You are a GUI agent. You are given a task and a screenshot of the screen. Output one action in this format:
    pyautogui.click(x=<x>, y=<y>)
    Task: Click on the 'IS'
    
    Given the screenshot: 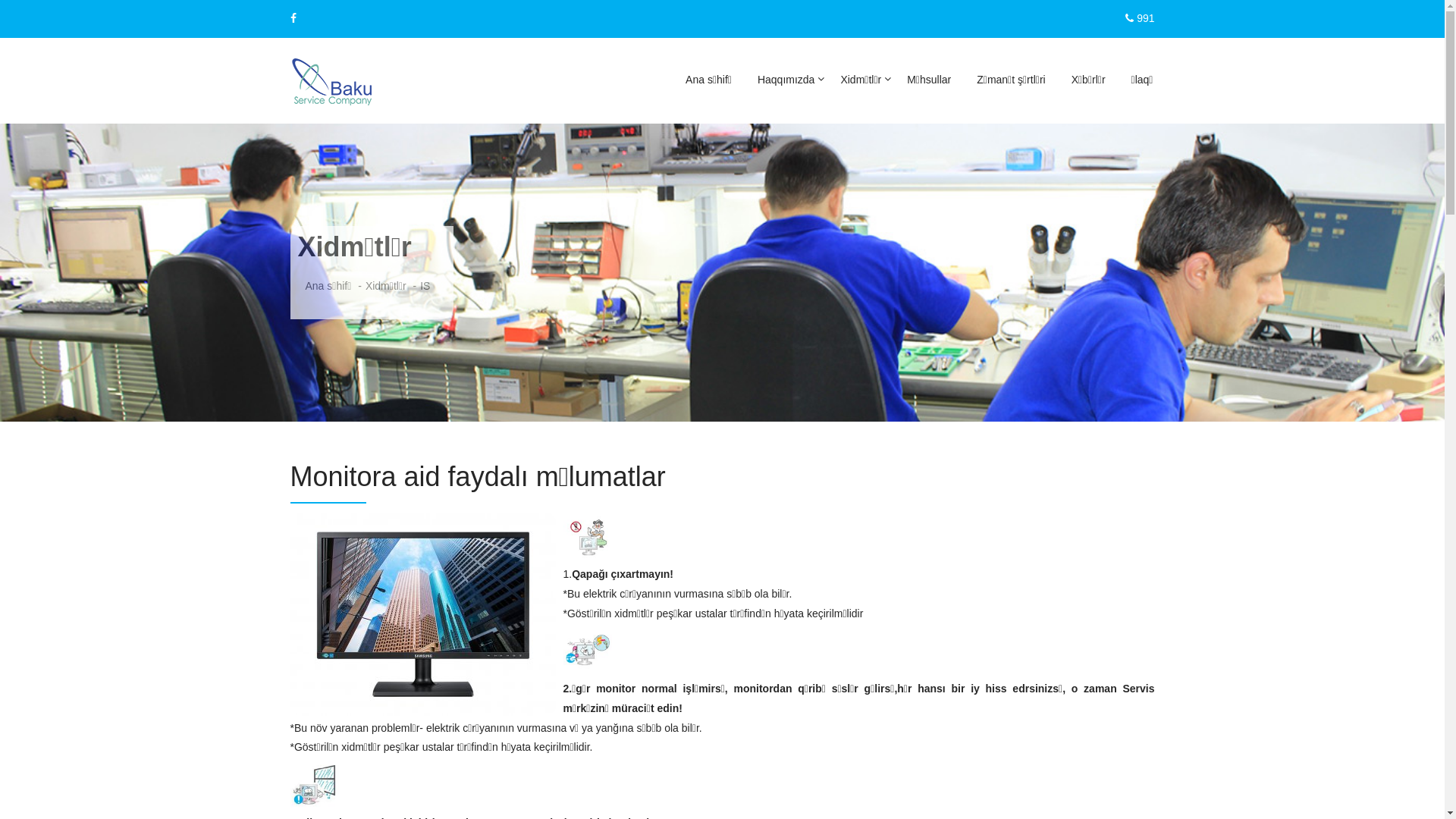 What is the action you would take?
    pyautogui.click(x=425, y=287)
    